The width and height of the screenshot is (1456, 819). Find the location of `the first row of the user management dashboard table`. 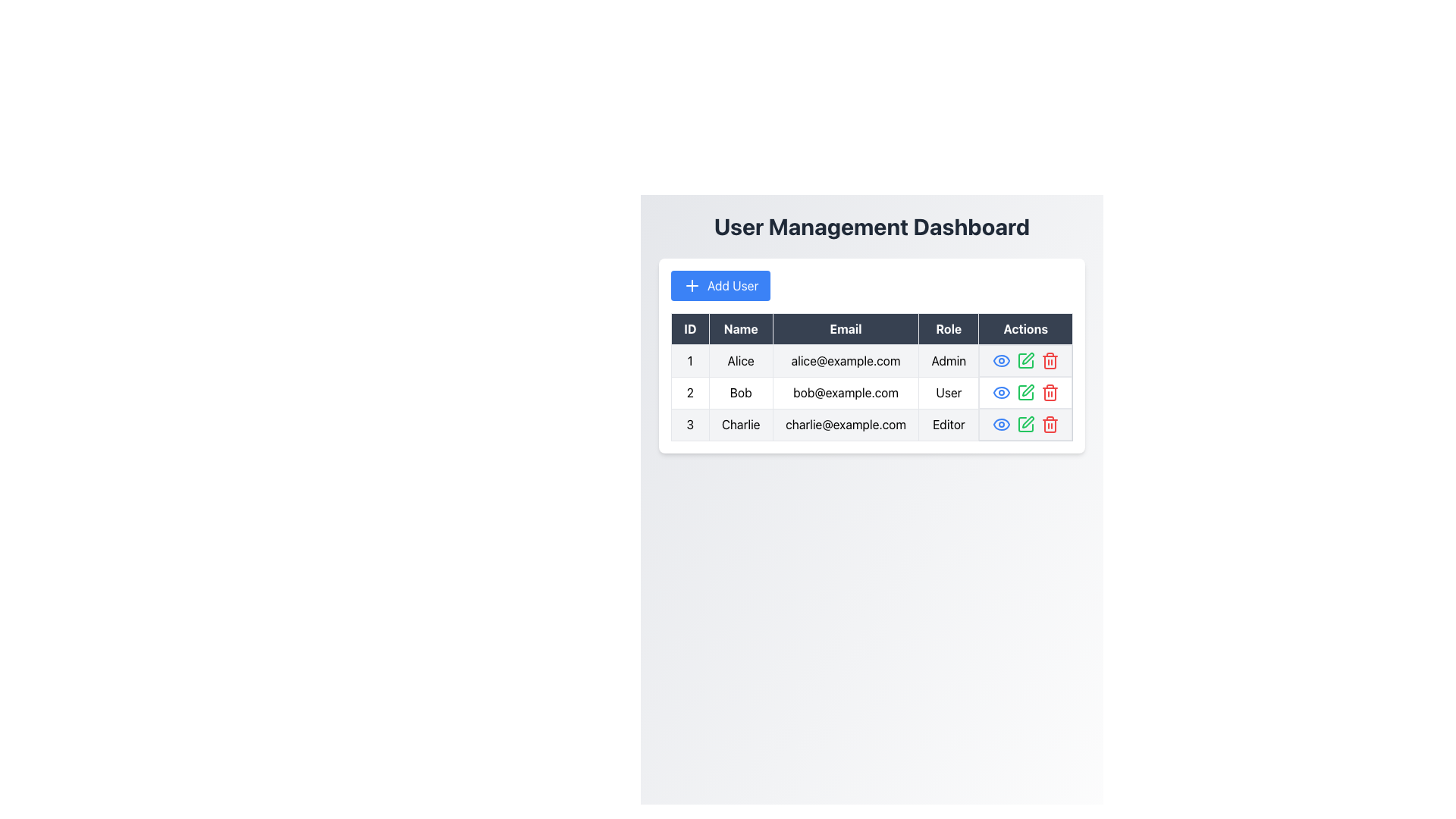

the first row of the user management dashboard table is located at coordinates (872, 359).